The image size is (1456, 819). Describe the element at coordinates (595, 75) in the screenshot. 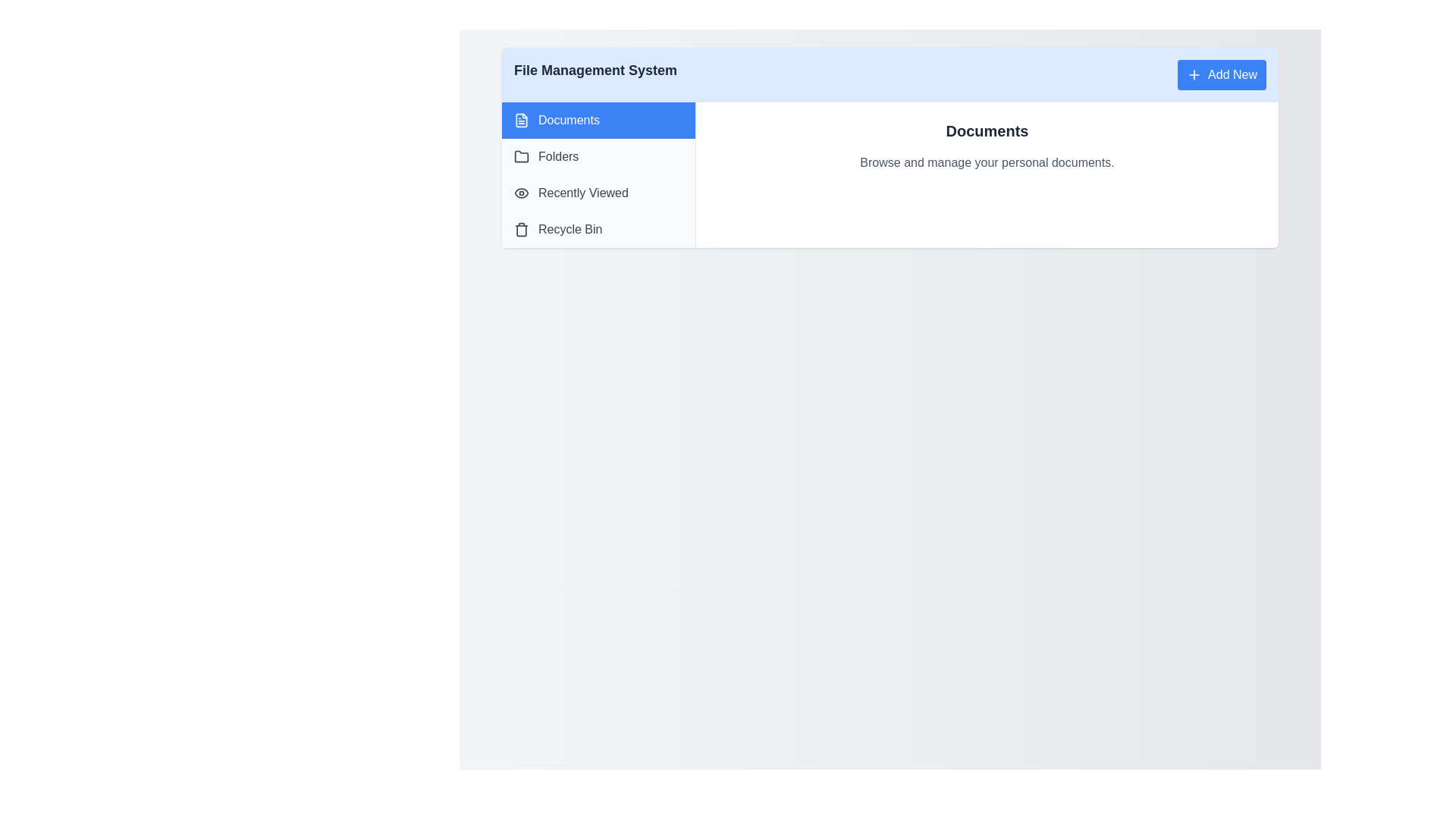

I see `the 'File Management System' text label, which is styled in bold dark gray and located in the top header bar with a light blue background` at that location.